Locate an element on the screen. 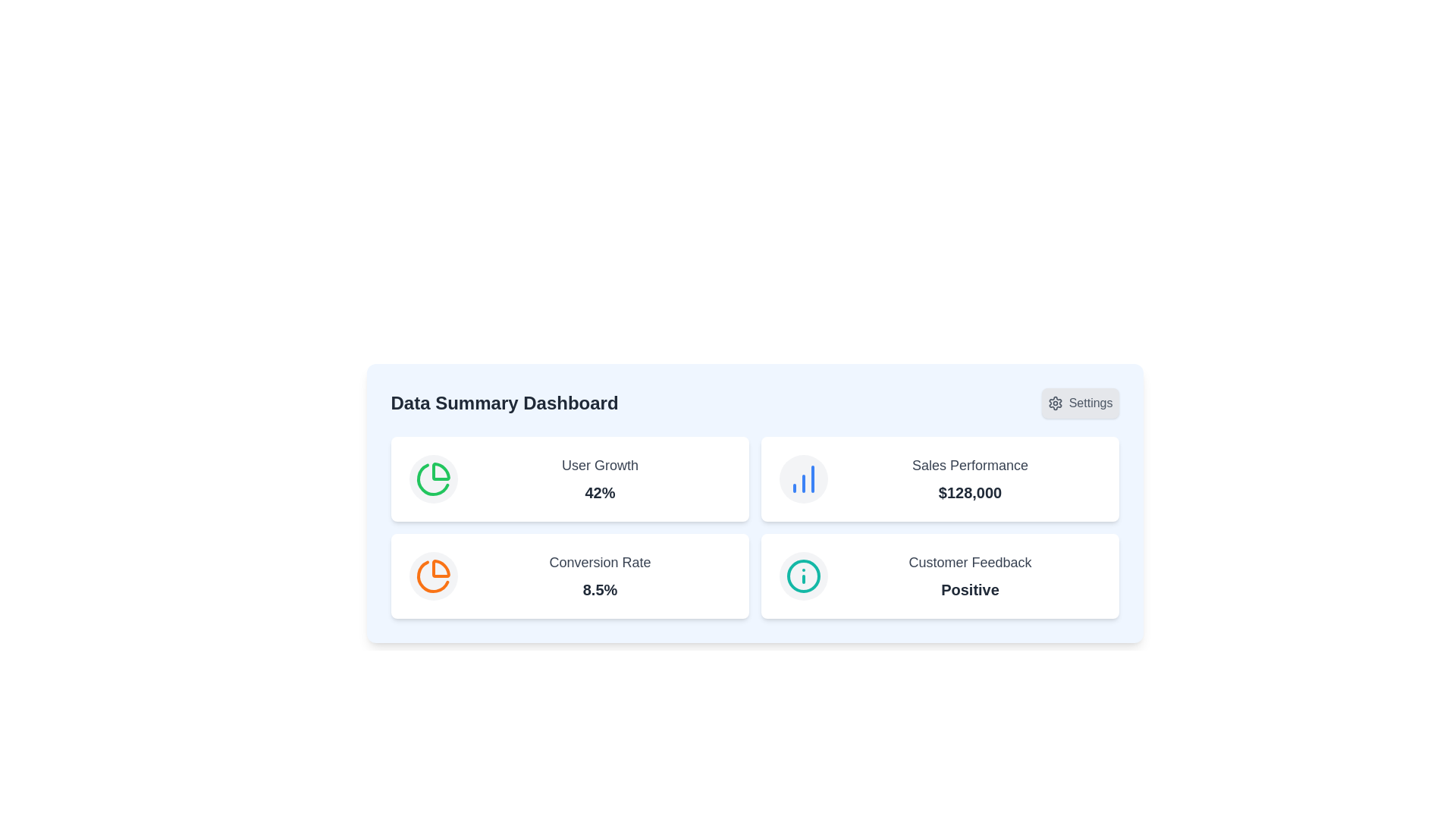  the outermost circular border of the 'info' icon, located in the lower-right segment of the dashboard interface, adjacent to the 'Customer Feedback' and 'Positive' text is located at coordinates (802, 576).